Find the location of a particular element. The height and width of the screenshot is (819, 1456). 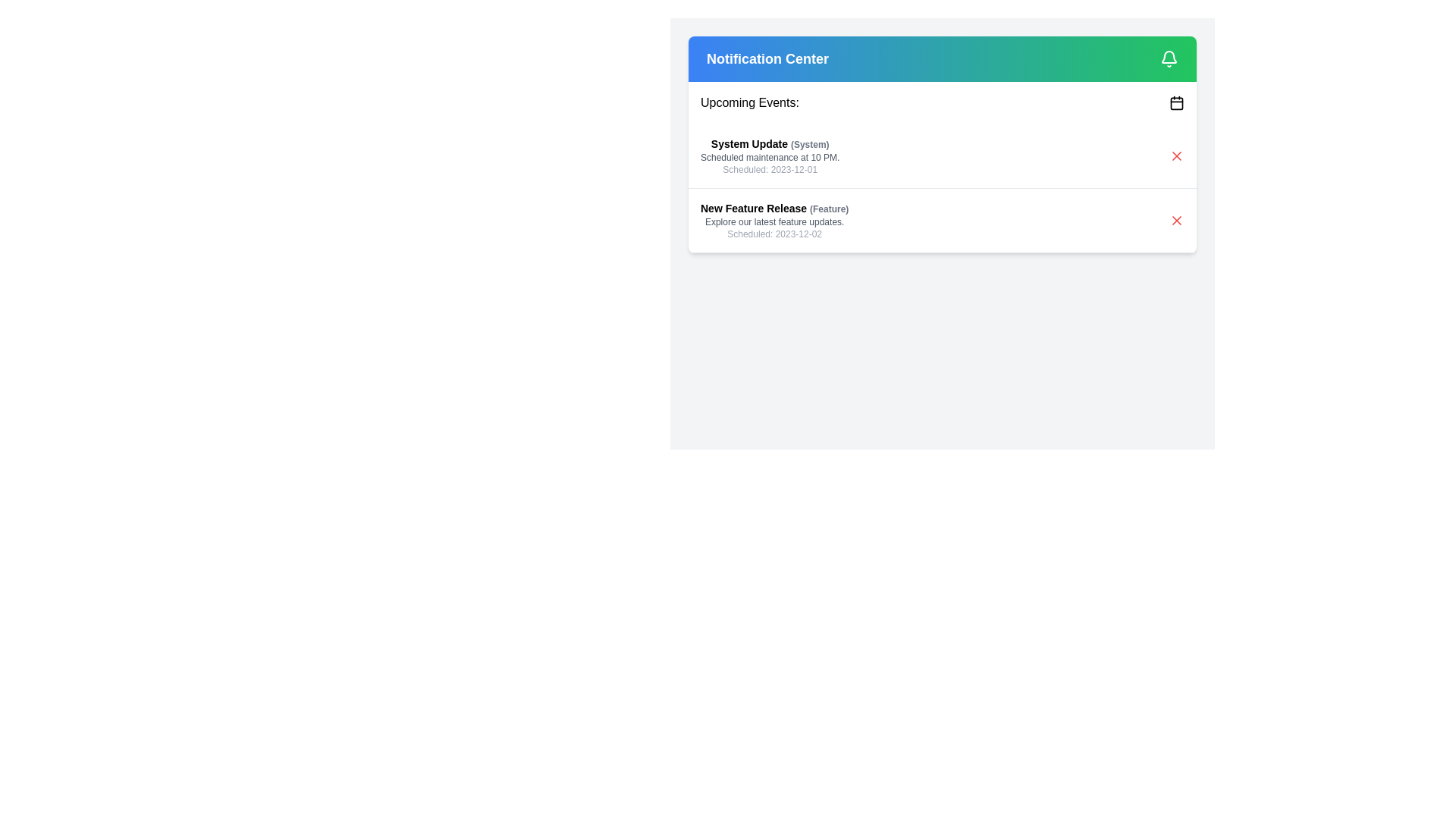

text content of the notification block titled 'New Feature Release', which includes a description and scheduling information is located at coordinates (774, 220).